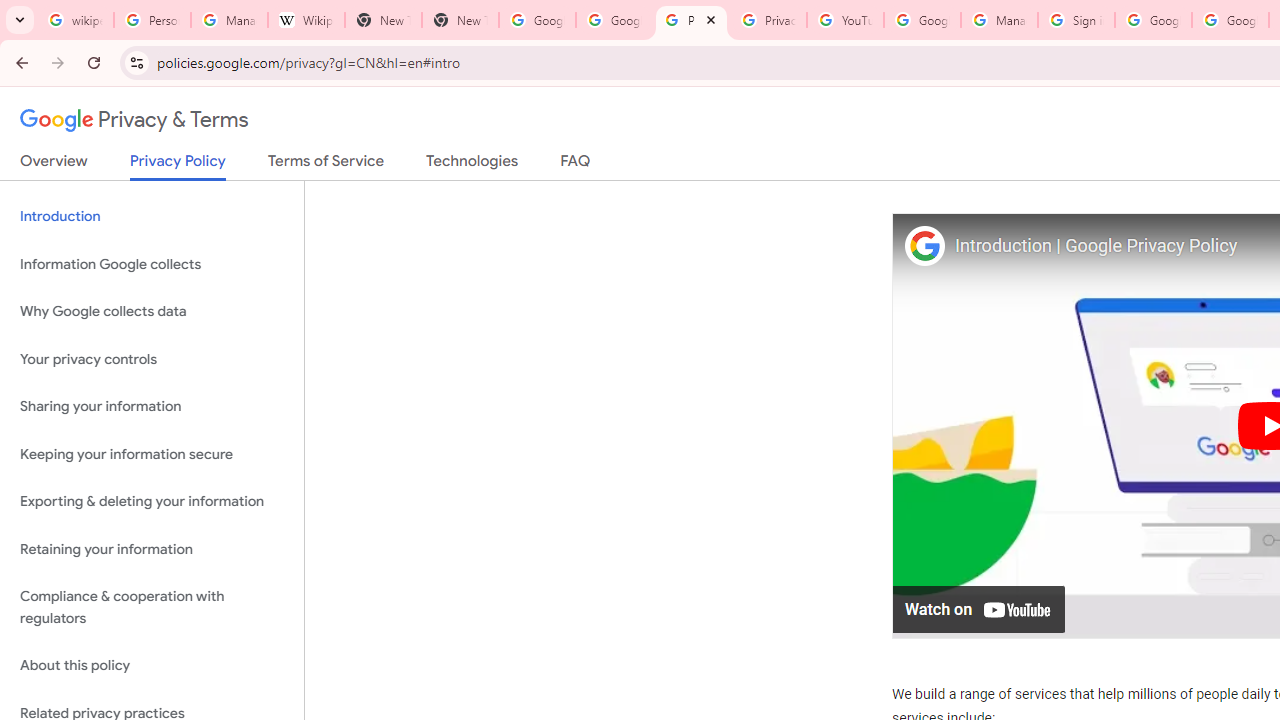 Image resolution: width=1280 pixels, height=720 pixels. Describe the element at coordinates (151, 312) in the screenshot. I see `'Why Google collects data'` at that location.